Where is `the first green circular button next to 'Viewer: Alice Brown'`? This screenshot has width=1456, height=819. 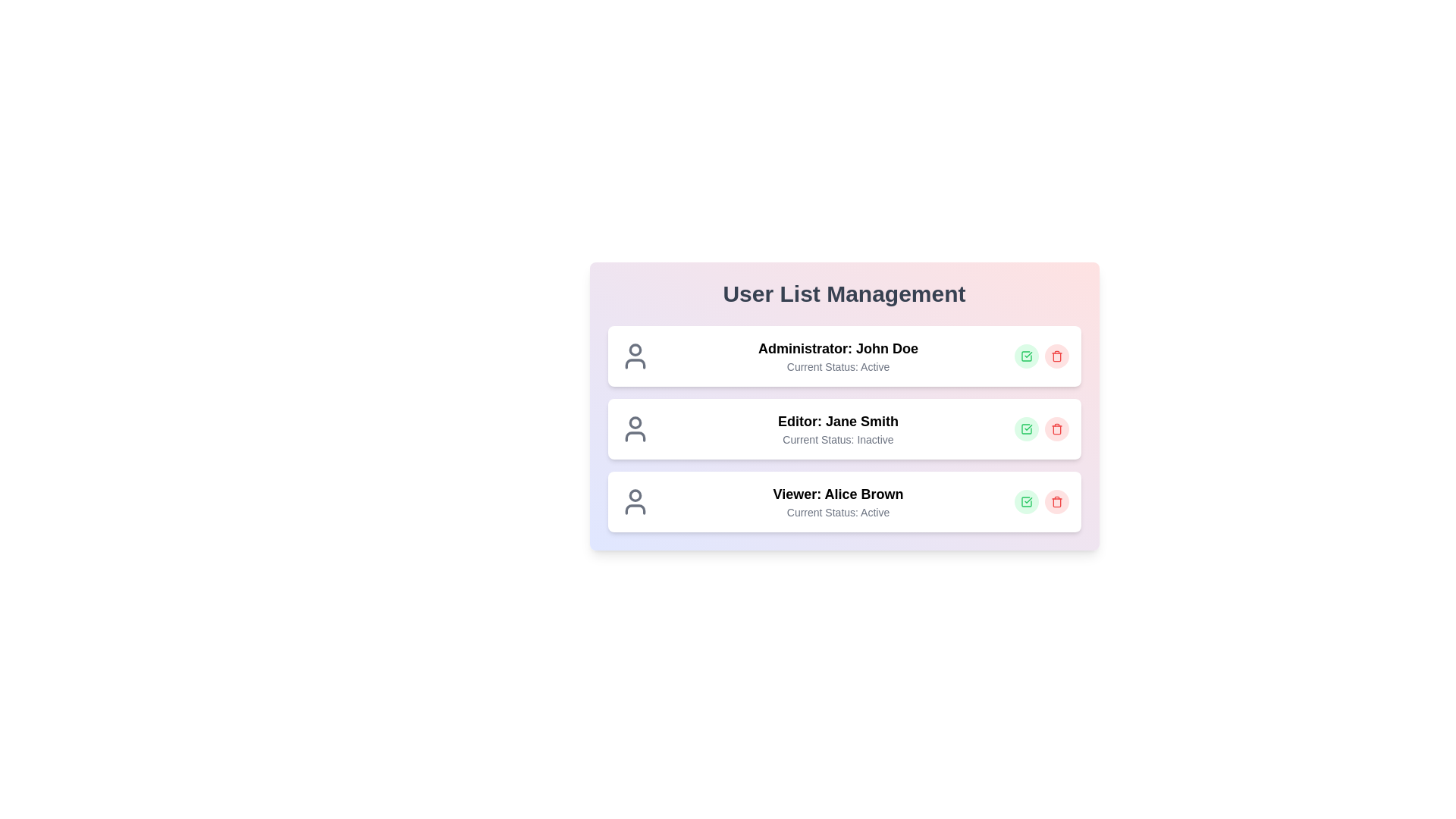
the first green circular button next to 'Viewer: Alice Brown' is located at coordinates (1026, 502).